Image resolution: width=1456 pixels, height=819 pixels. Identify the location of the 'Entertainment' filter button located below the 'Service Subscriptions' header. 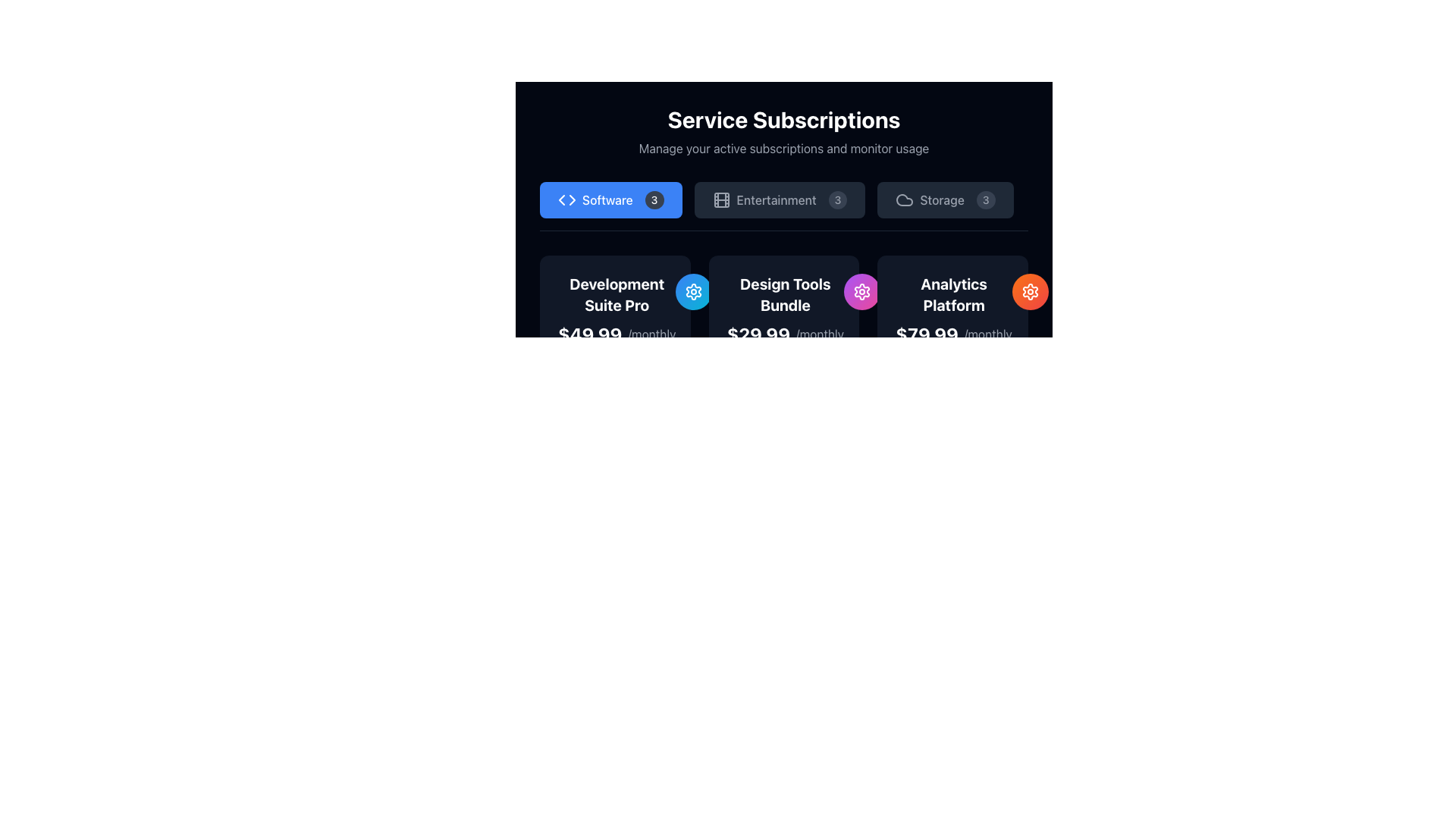
(783, 206).